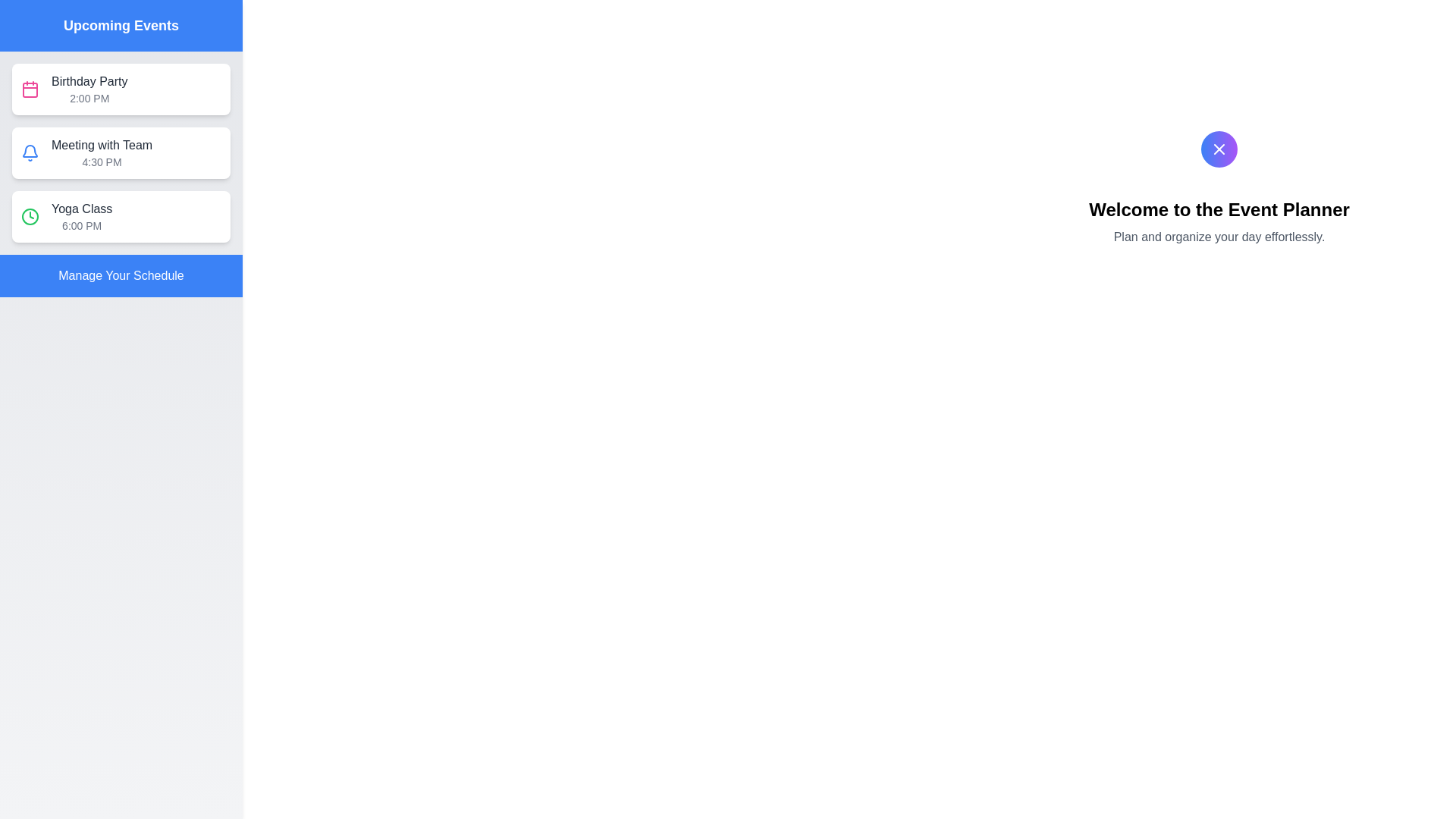  Describe the element at coordinates (89, 89) in the screenshot. I see `text content of the 'Birthday Party' label, which features a bold font style and includes a smaller text '2:00 PM' beneath it, located below the 'Upcoming Events' header` at that location.